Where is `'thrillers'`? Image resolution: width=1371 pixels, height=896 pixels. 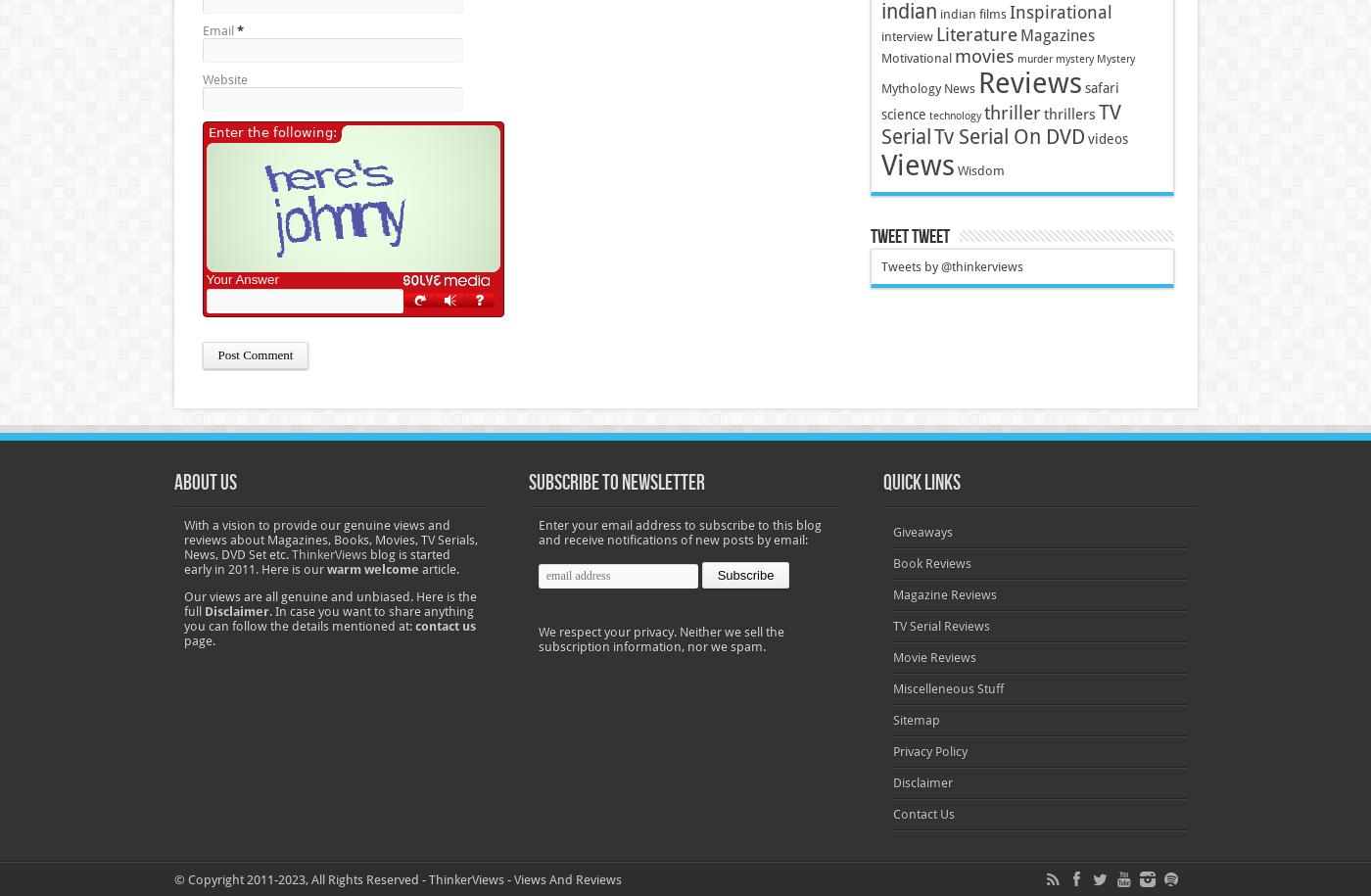 'thrillers' is located at coordinates (1068, 114).